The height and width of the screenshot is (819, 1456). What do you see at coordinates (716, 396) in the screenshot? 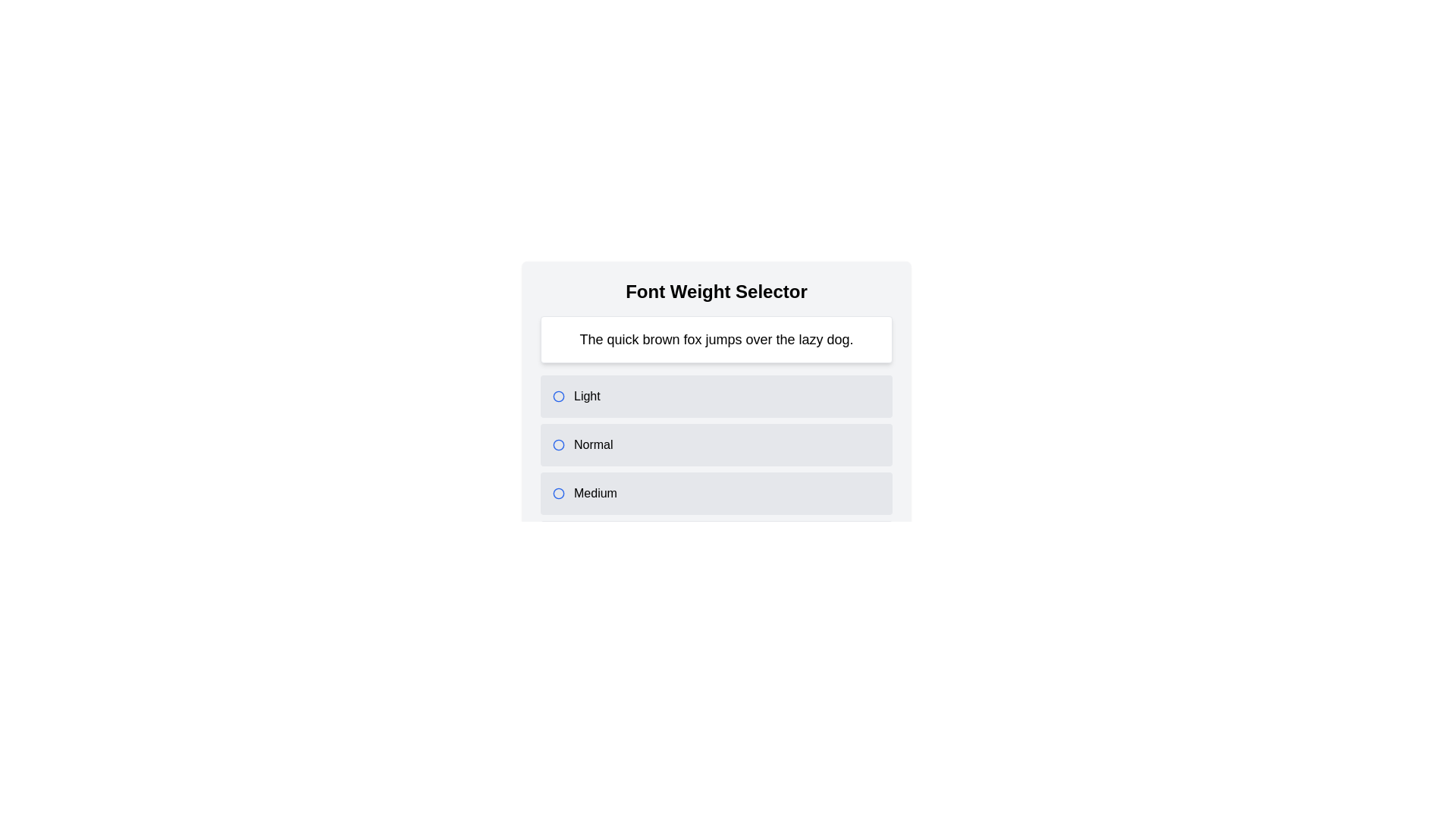
I see `the first selectable list item labeled 'Light', which is styled as an unselected radio button with a blue outline` at bounding box center [716, 396].